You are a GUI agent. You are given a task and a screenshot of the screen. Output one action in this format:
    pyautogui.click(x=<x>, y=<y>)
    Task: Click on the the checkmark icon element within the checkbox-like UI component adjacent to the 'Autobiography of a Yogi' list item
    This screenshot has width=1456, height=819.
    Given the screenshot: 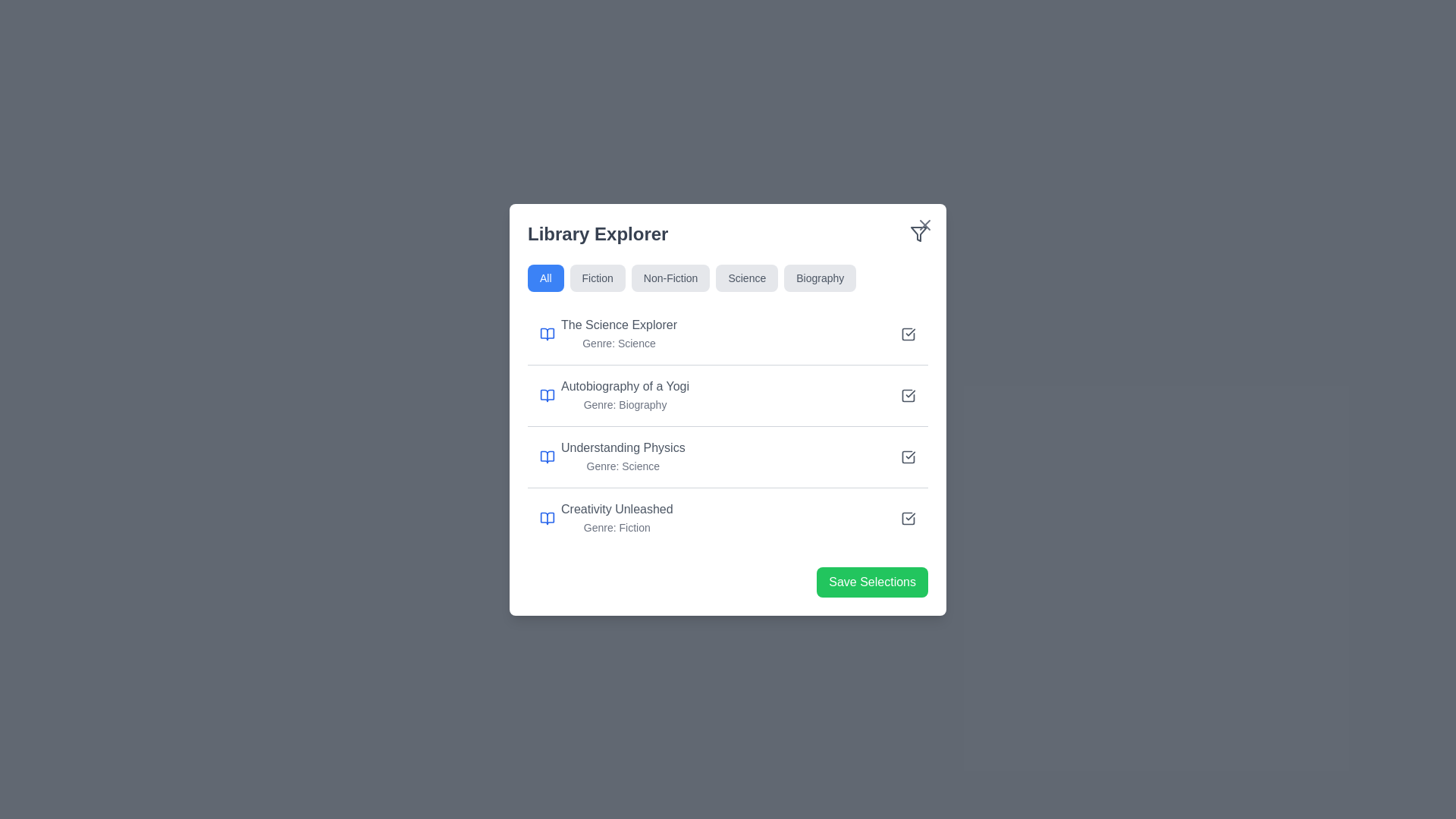 What is the action you would take?
    pyautogui.click(x=908, y=394)
    